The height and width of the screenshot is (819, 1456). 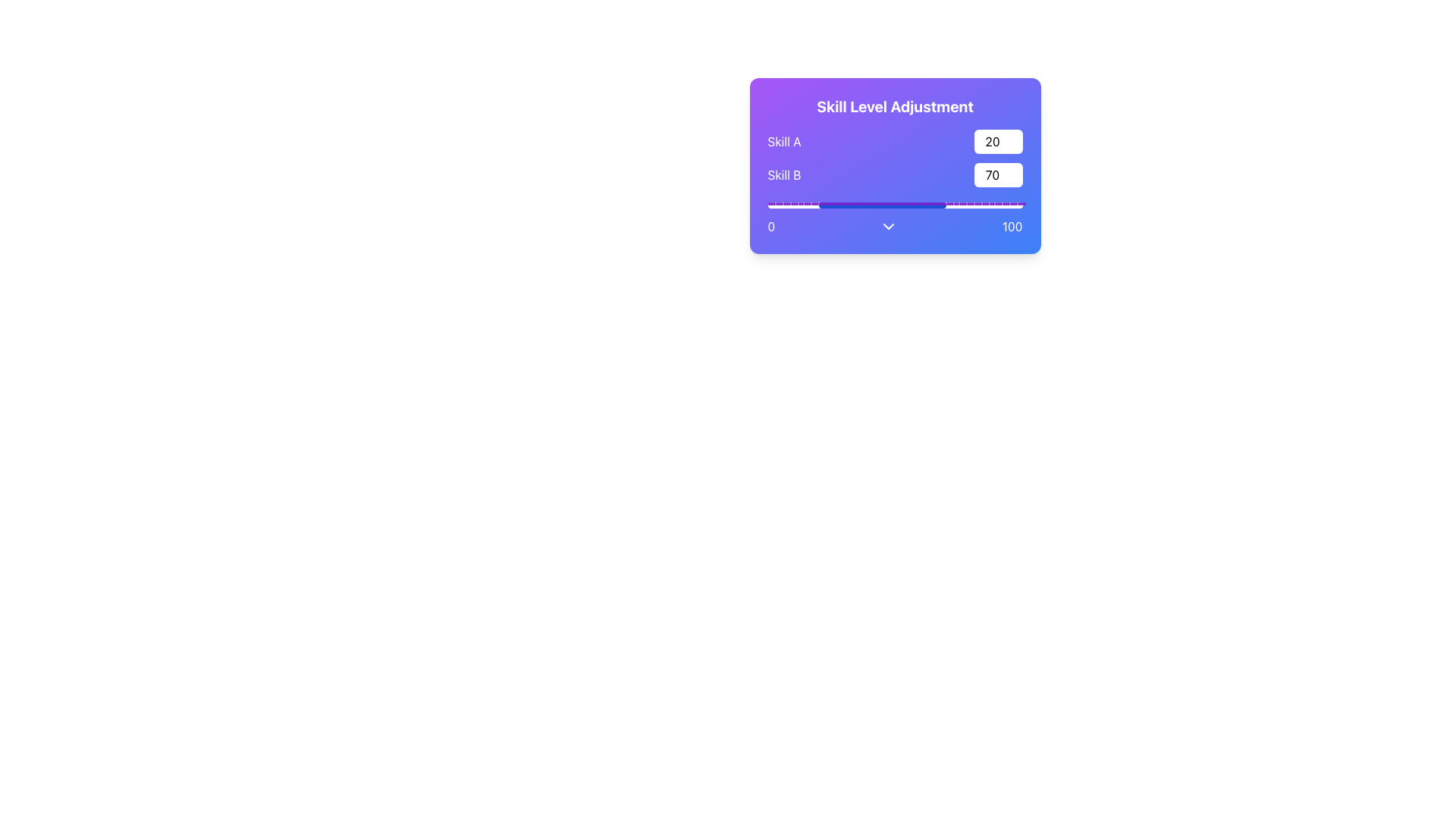 What do you see at coordinates (895, 141) in the screenshot?
I see `to select text in the input box of the 'Skill A' indicator located above 'Skill B' under 'Skill Level Adjustment.'` at bounding box center [895, 141].